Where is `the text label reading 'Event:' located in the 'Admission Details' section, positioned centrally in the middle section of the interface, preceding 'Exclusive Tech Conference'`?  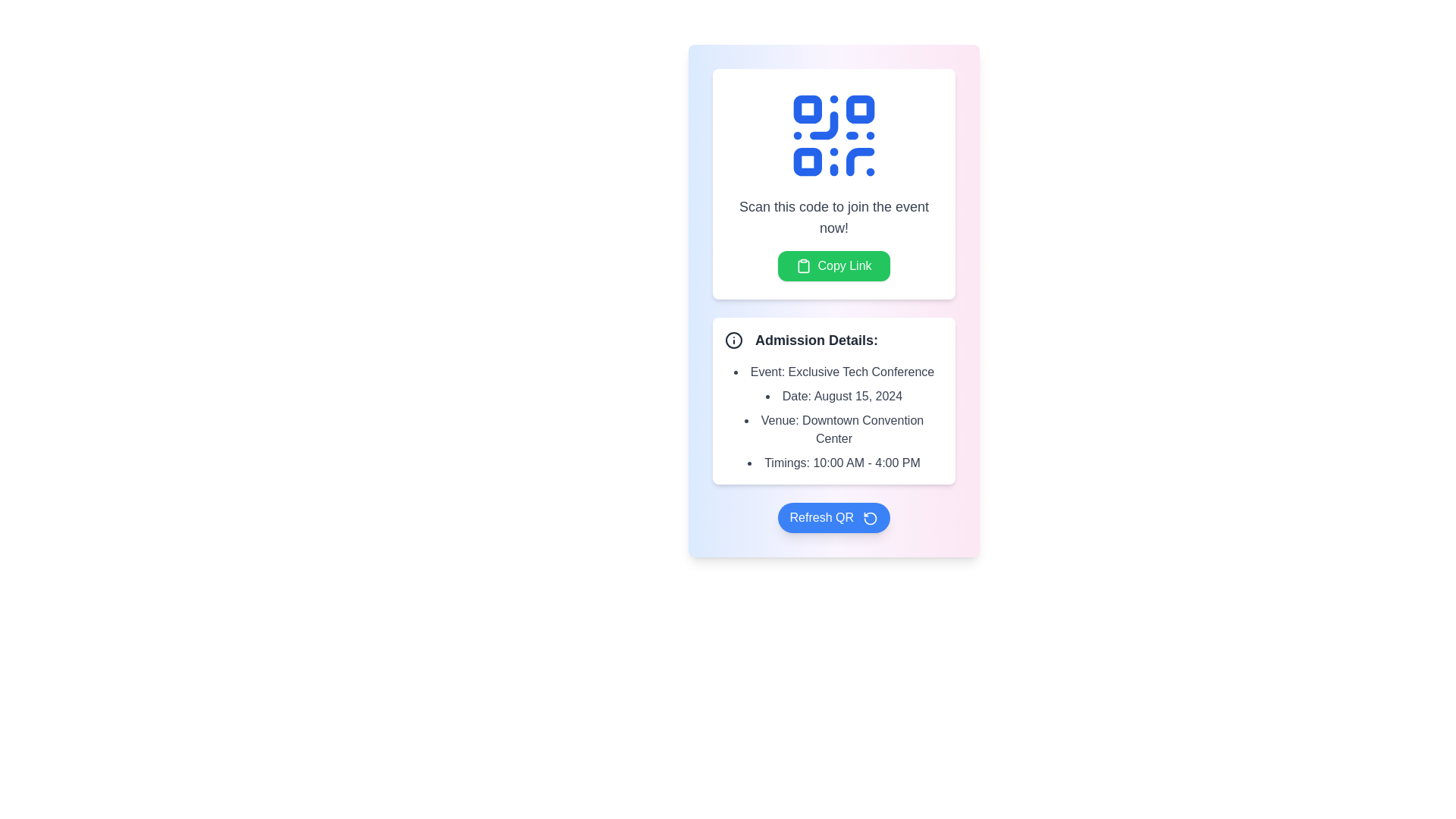
the text label reading 'Event:' located in the 'Admission Details' section, positioned centrally in the middle section of the interface, preceding 'Exclusive Tech Conference' is located at coordinates (767, 372).